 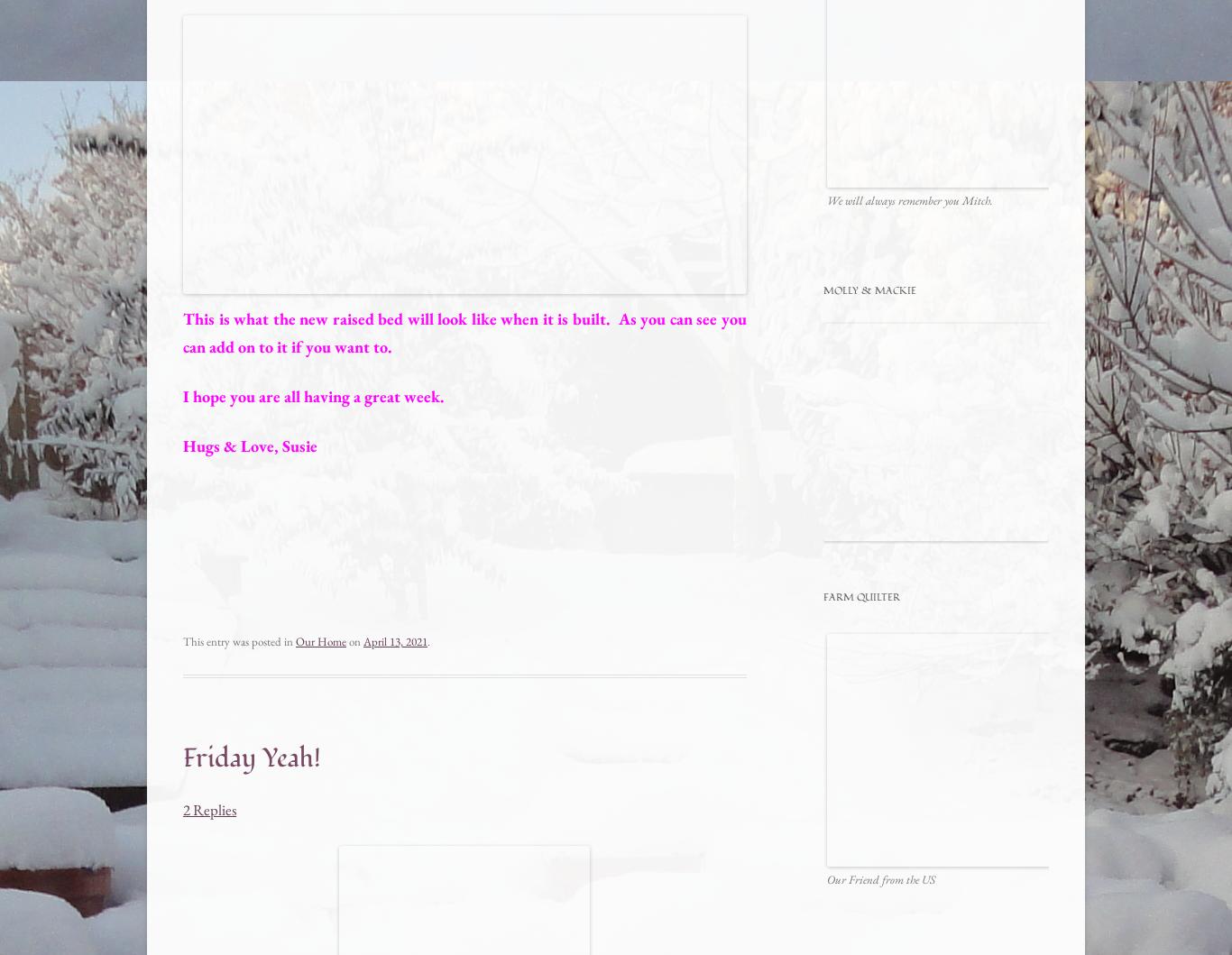 I want to click on 'Molly & Mackie', so click(x=869, y=289).